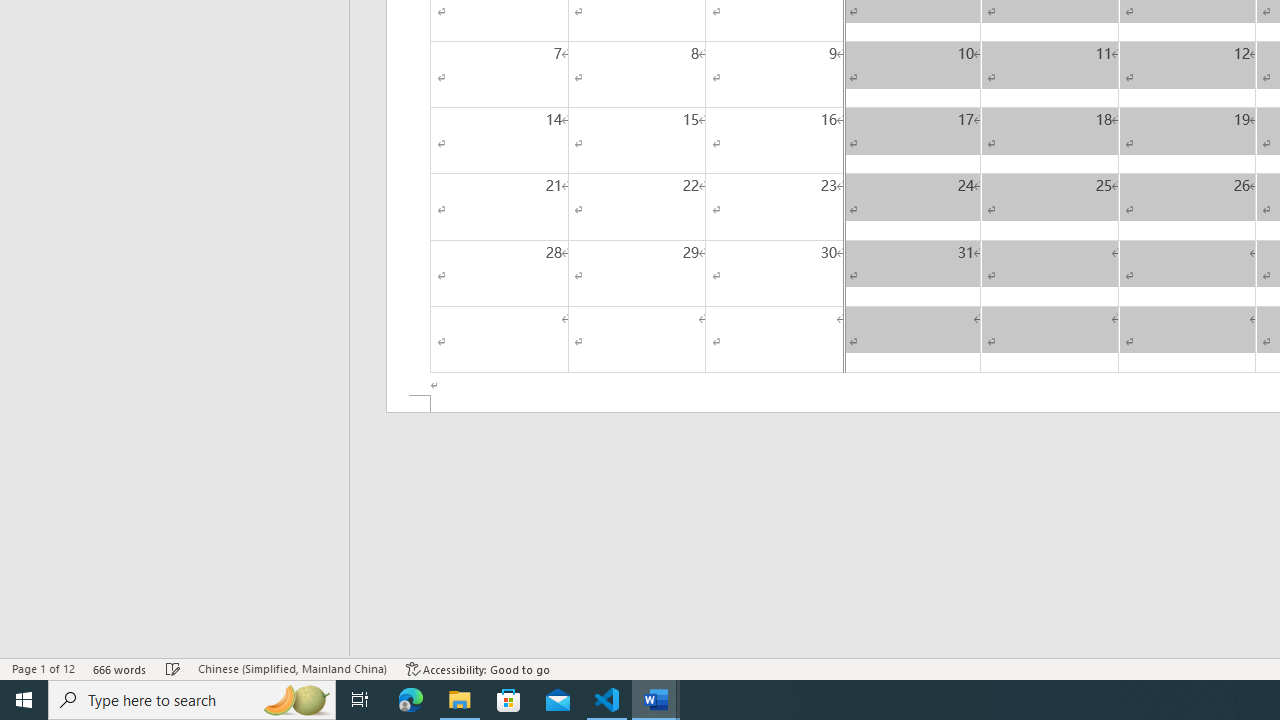 The width and height of the screenshot is (1280, 720). I want to click on 'Page Number Page 1 of 12', so click(43, 669).